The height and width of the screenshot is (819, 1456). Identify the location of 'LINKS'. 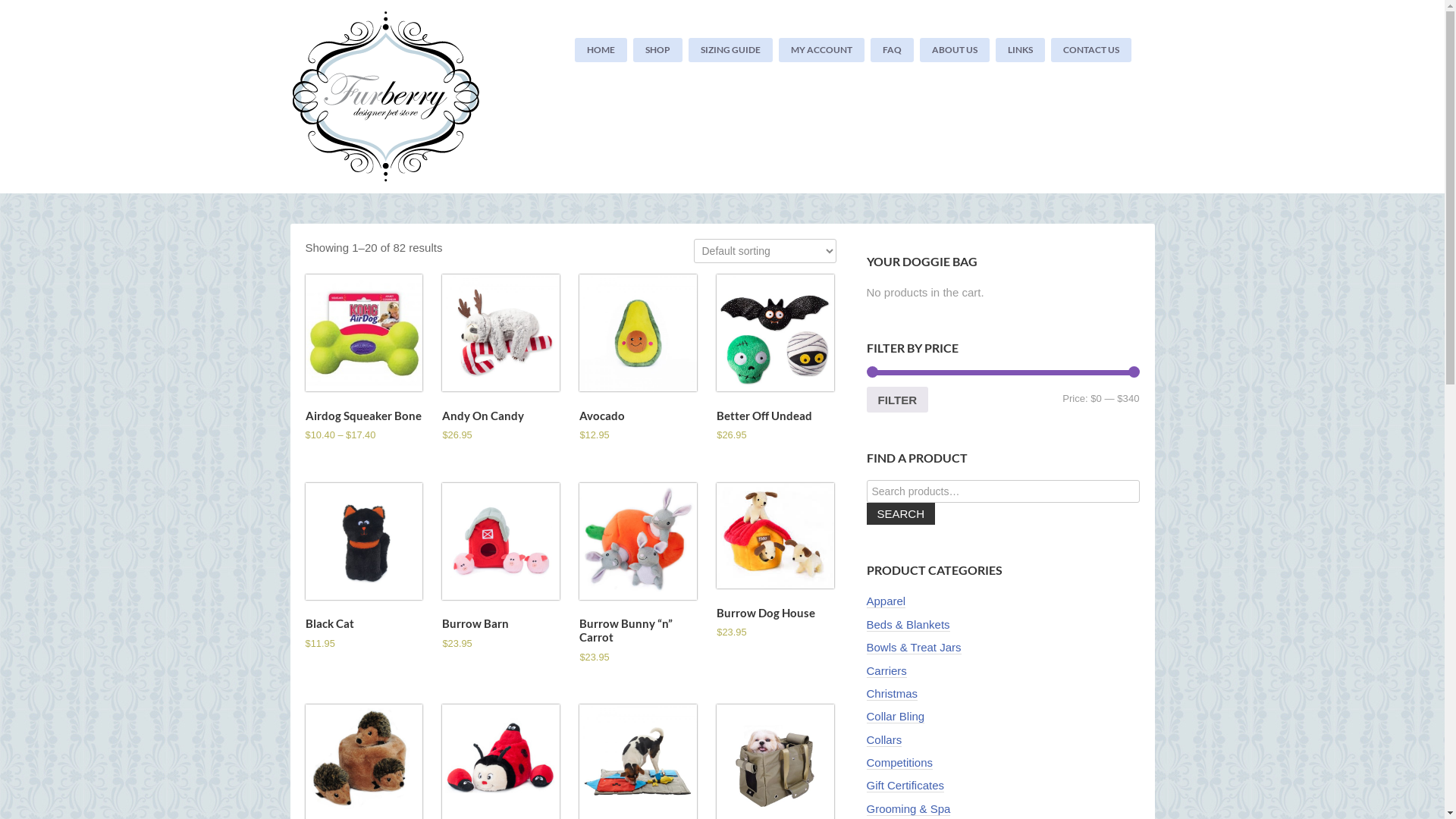
(1020, 49).